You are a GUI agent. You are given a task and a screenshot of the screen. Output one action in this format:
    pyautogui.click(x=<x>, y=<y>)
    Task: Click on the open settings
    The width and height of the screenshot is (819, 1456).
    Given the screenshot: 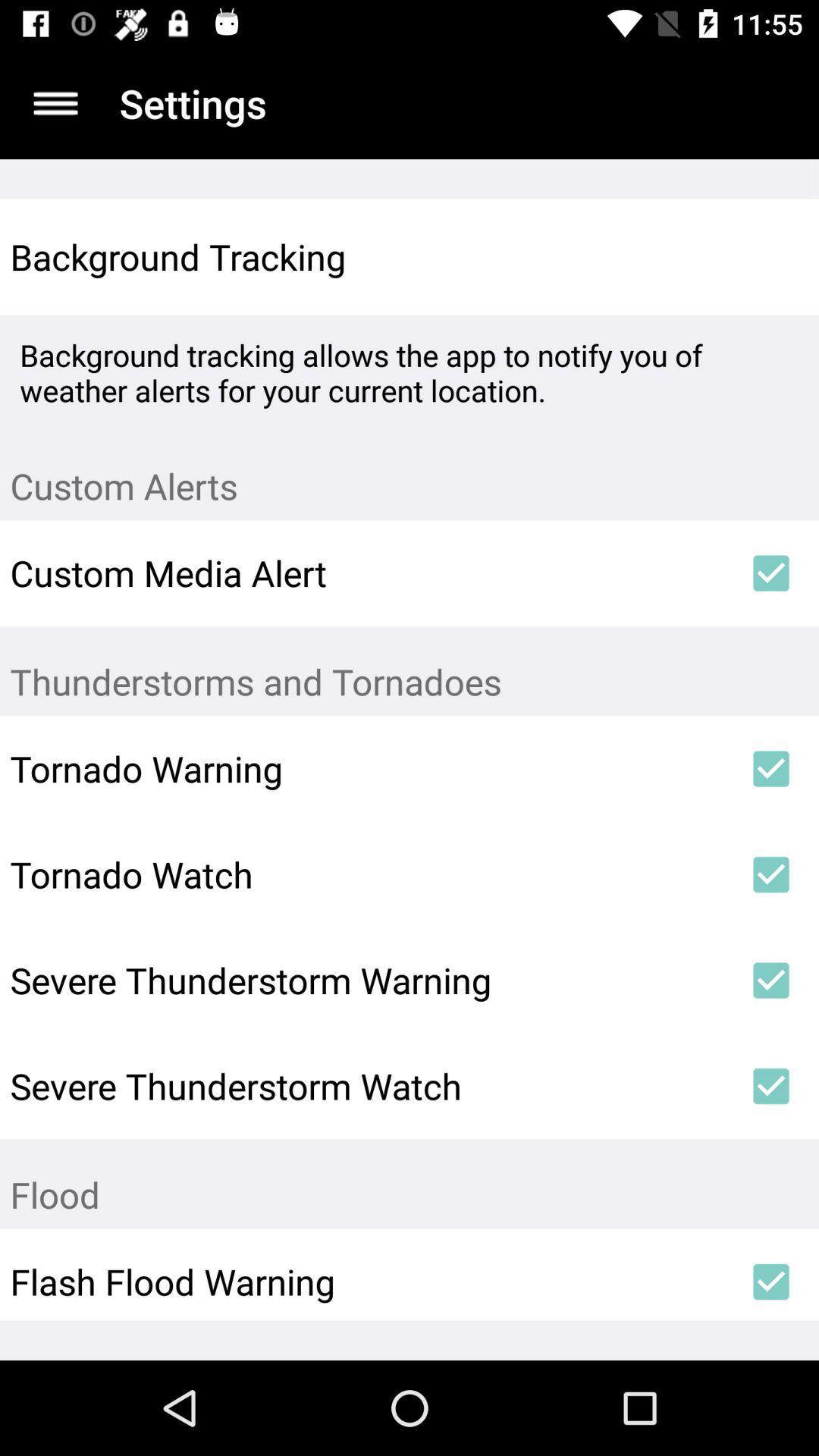 What is the action you would take?
    pyautogui.click(x=55, y=102)
    